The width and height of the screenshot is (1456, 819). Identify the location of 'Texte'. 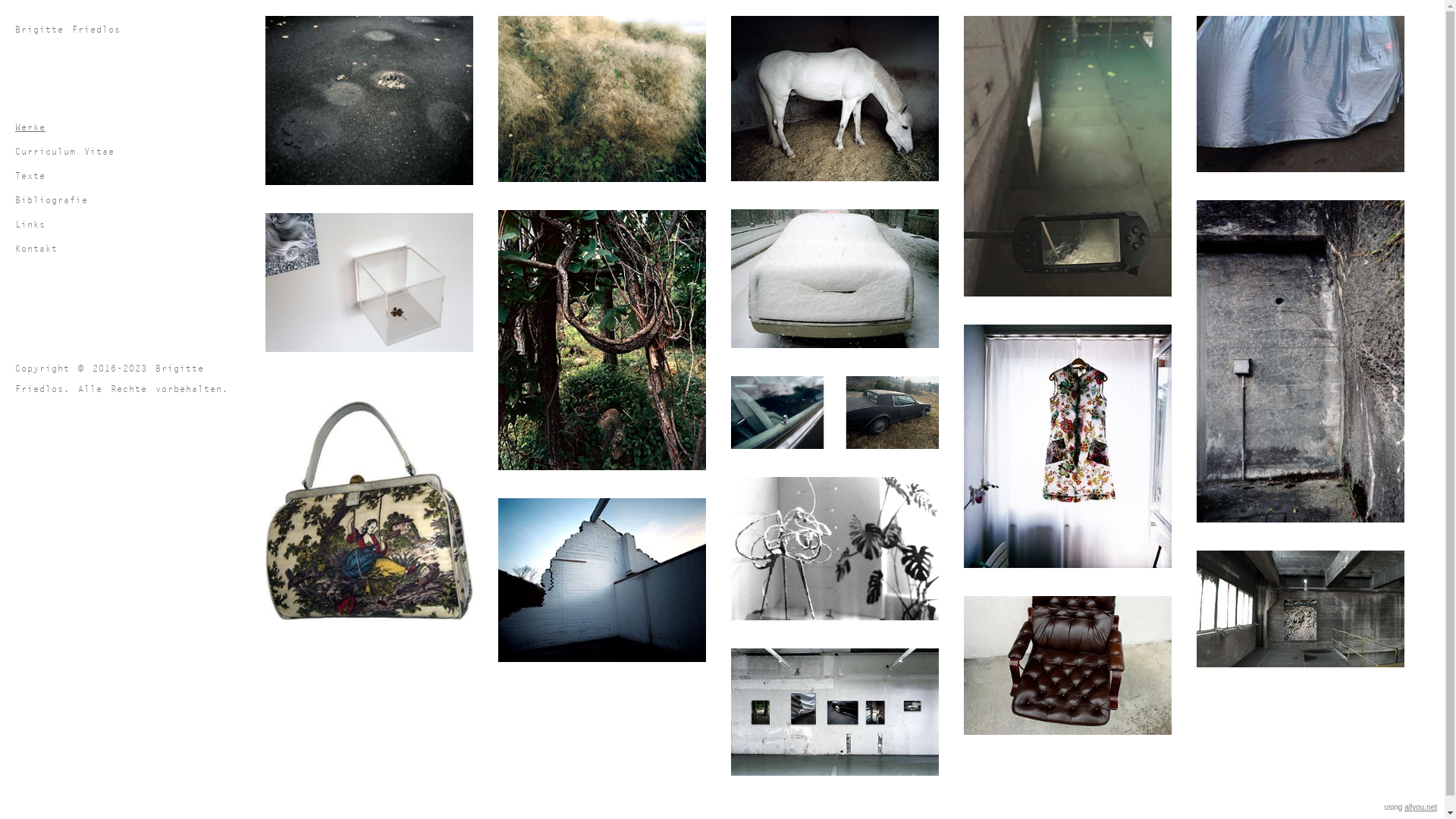
(136, 174).